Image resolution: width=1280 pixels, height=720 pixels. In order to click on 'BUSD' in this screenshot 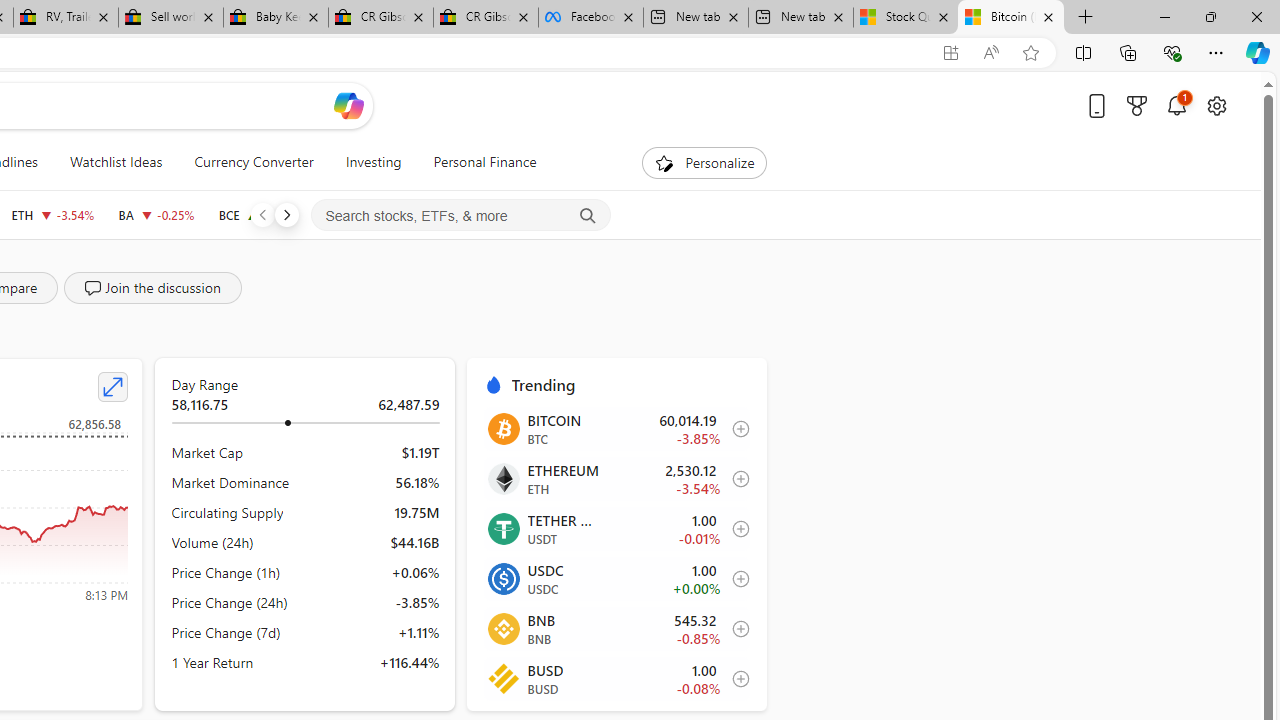, I will do `click(503, 677)`.